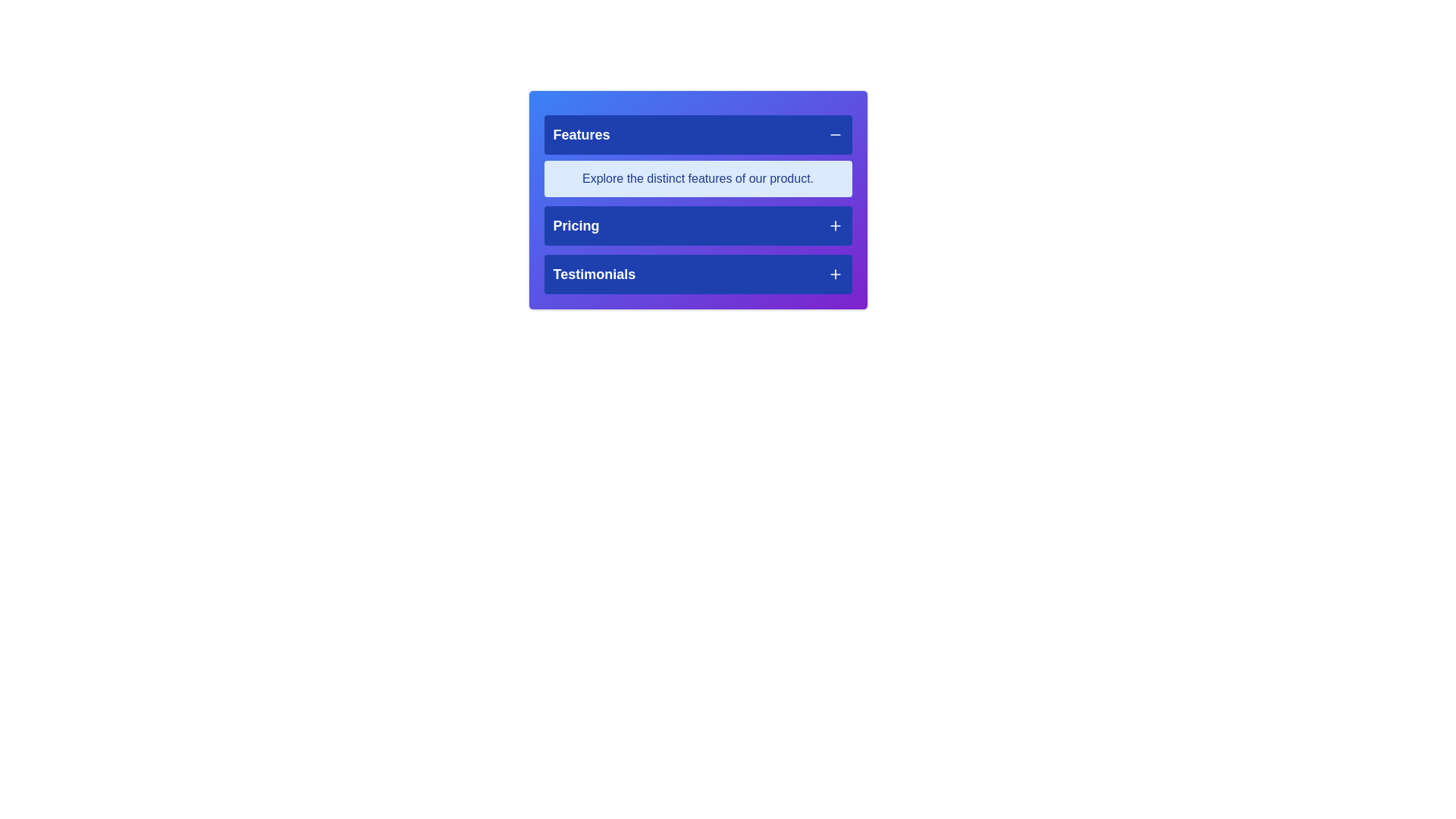 This screenshot has height=819, width=1456. Describe the element at coordinates (834, 275) in the screenshot. I see `the plus sign icon button located at the right end of the 'Testimonials' block` at that location.